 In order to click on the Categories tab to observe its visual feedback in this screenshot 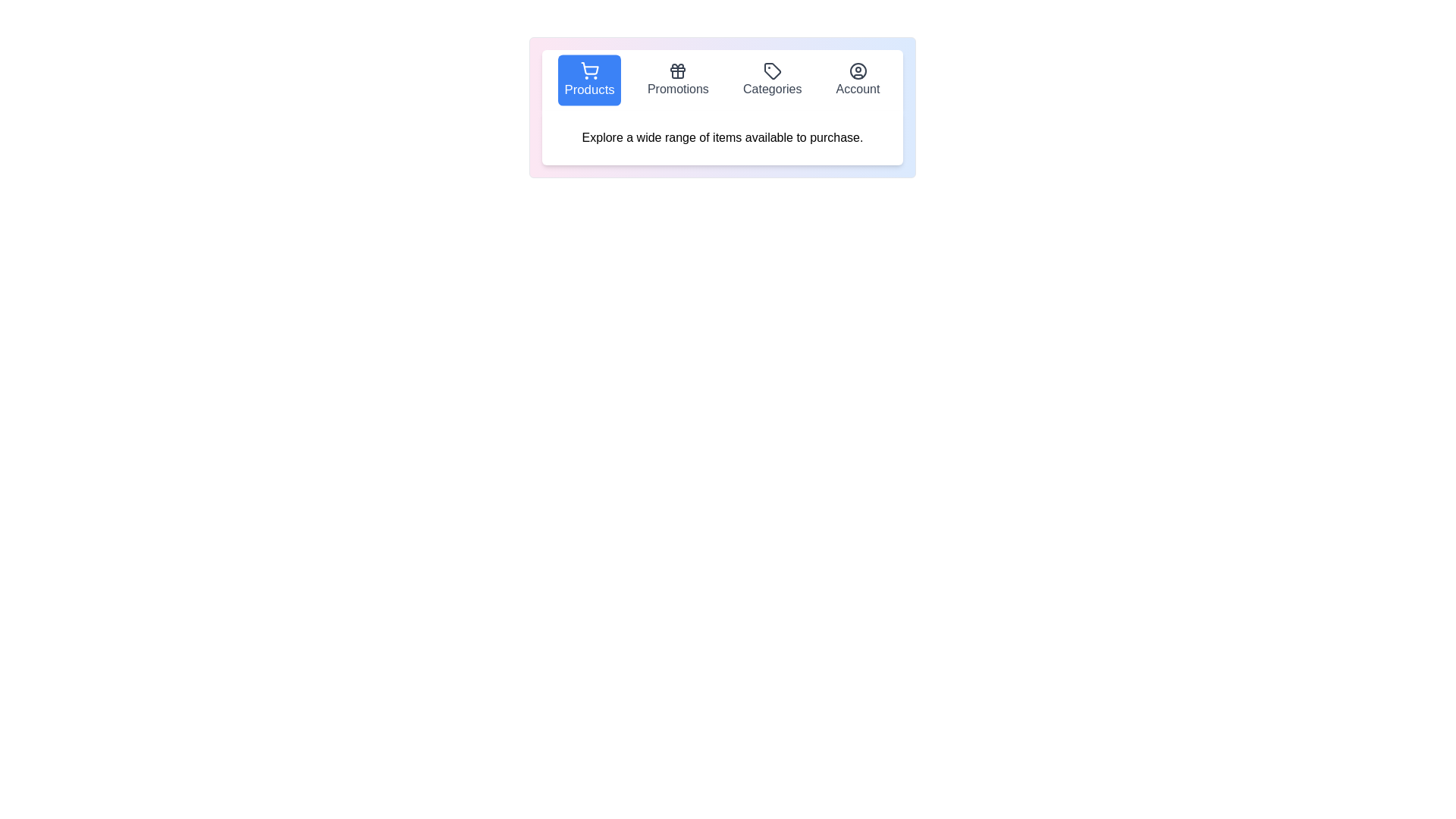, I will do `click(772, 80)`.